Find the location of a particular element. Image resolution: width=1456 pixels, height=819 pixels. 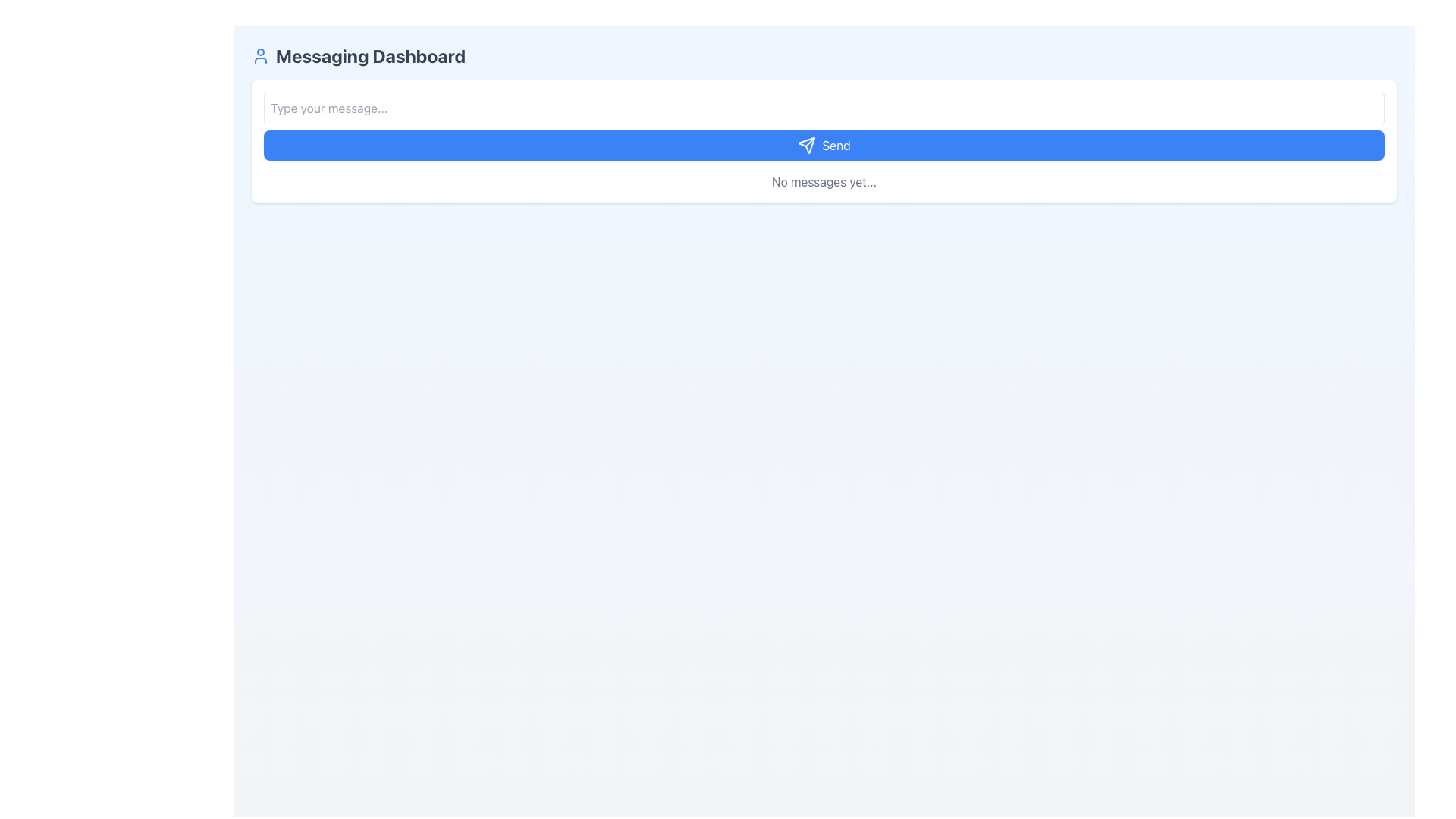

the static text label indicating the absence of messages, located at the bottom of the interface box, below the blue 'Send' button is located at coordinates (823, 180).